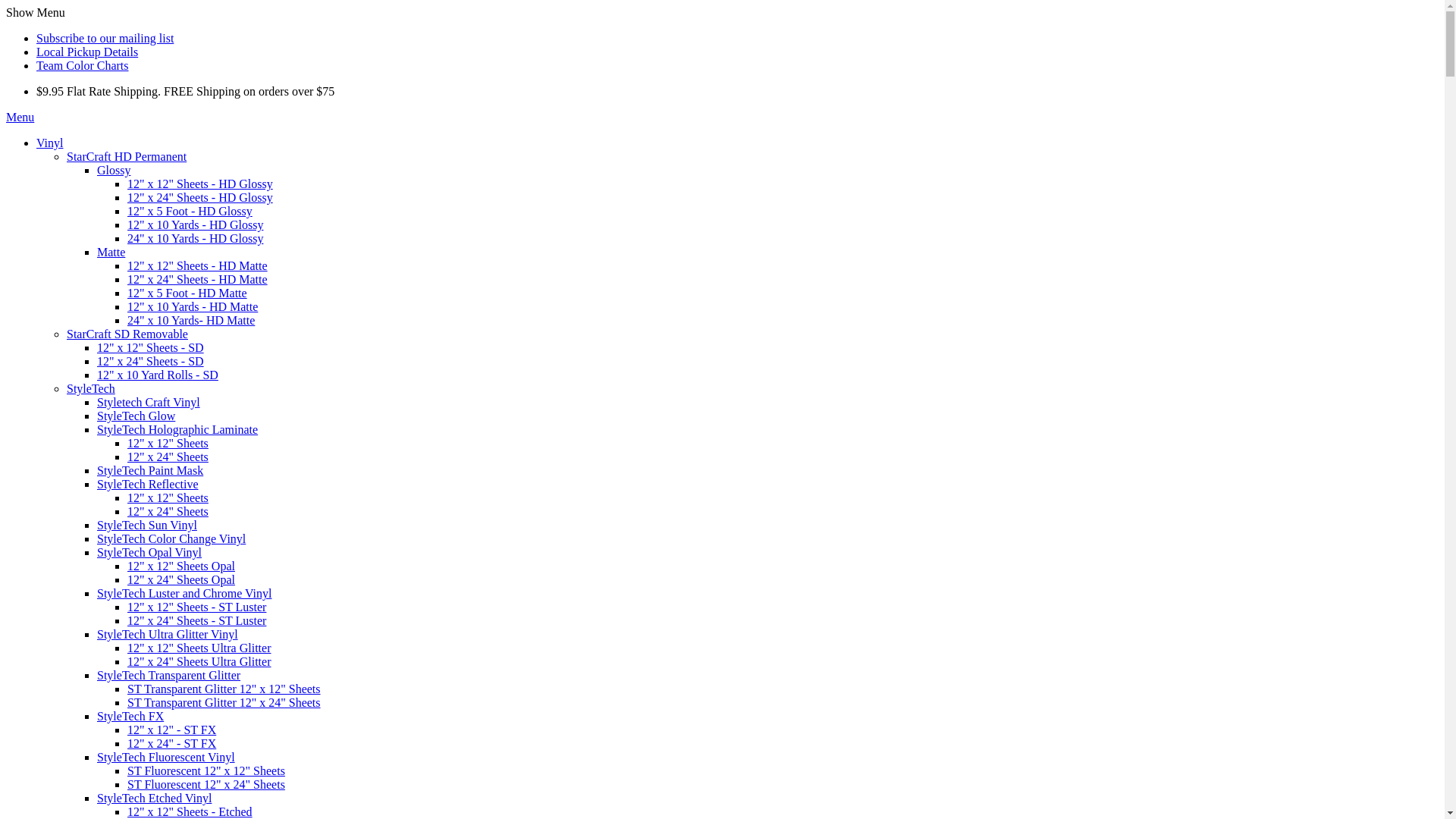 This screenshot has height=819, width=1456. What do you see at coordinates (149, 469) in the screenshot?
I see `'StyleTech Paint Mask'` at bounding box center [149, 469].